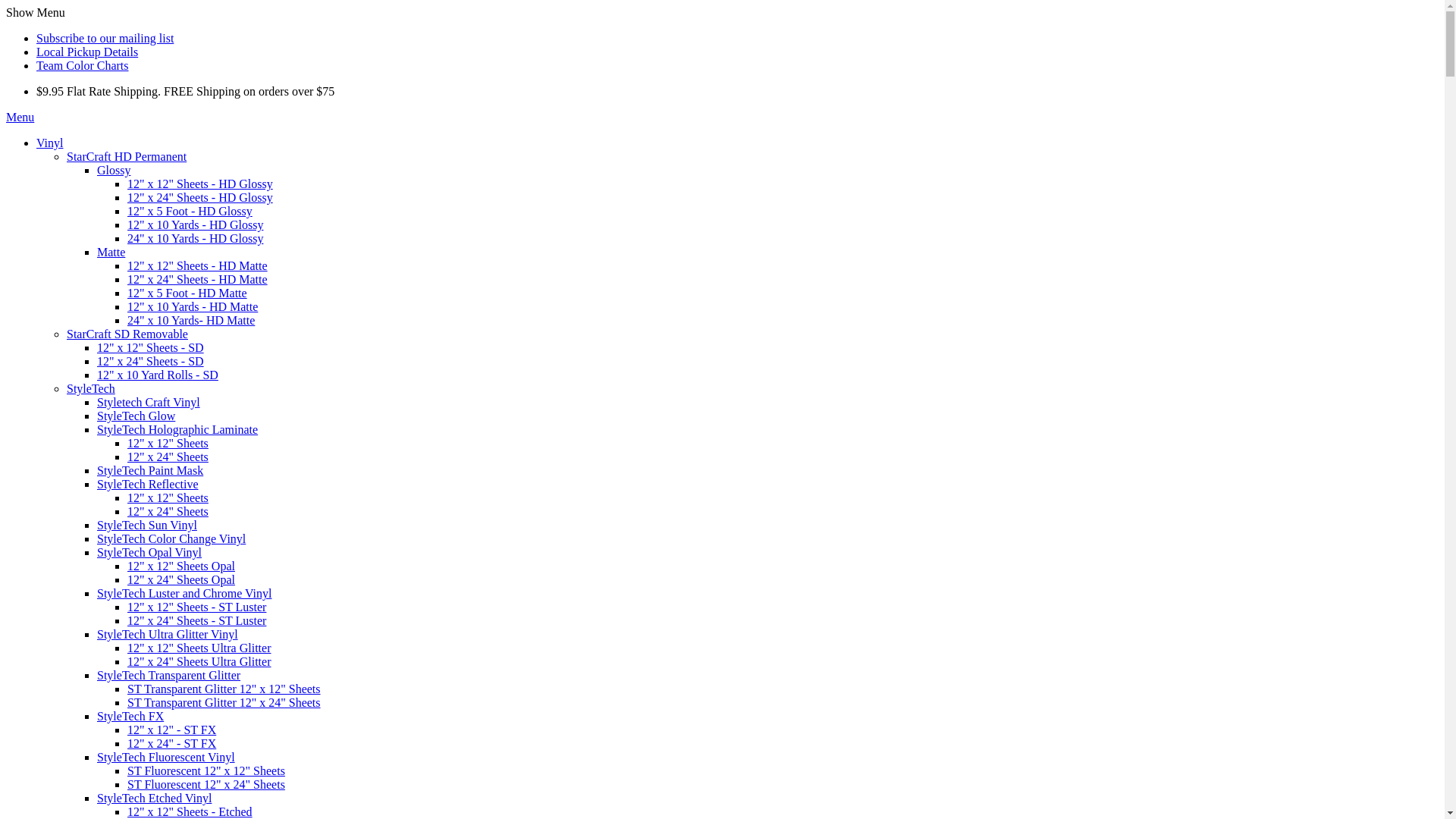 This screenshot has height=819, width=1456. What do you see at coordinates (149, 469) in the screenshot?
I see `'StyleTech Paint Mask'` at bounding box center [149, 469].